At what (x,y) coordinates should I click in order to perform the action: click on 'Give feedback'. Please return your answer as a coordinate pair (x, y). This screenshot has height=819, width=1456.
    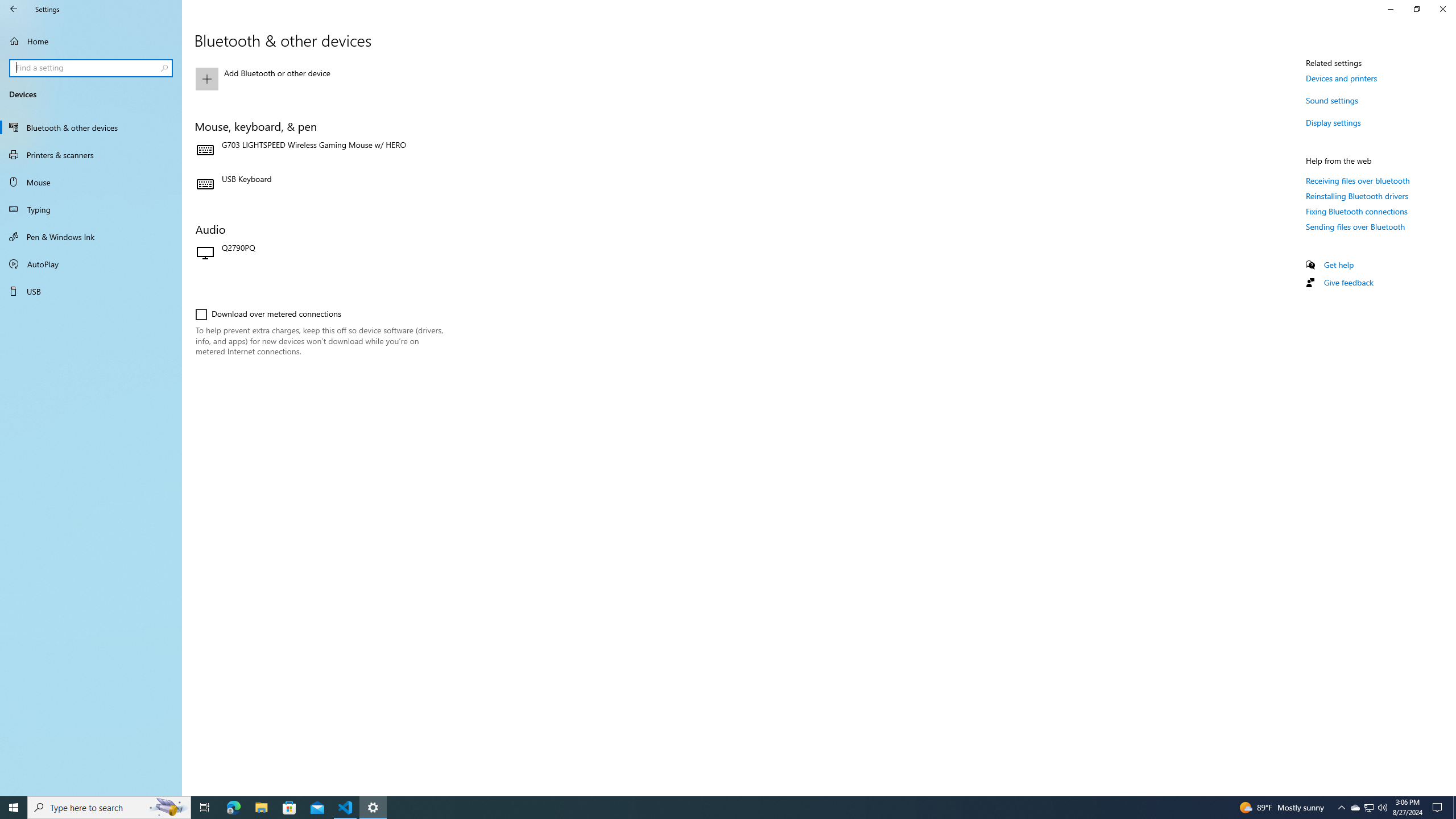
    Looking at the image, I should click on (1347, 282).